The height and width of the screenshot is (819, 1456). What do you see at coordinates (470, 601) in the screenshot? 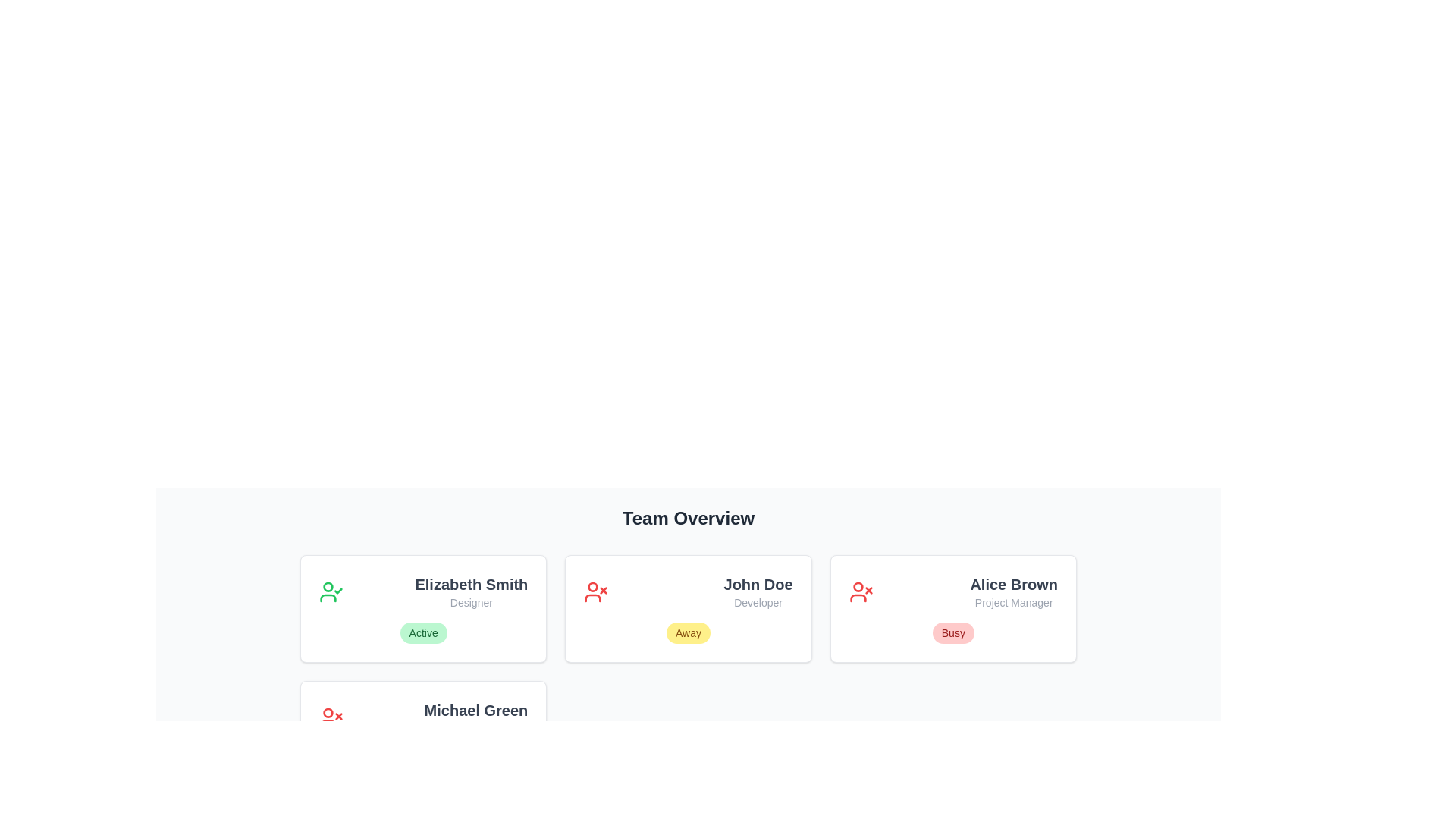
I see `the text label displaying 'Designer', which is positioned below 'Elizabeth Smith' in the middle card of the first row in the grid layout` at bounding box center [470, 601].